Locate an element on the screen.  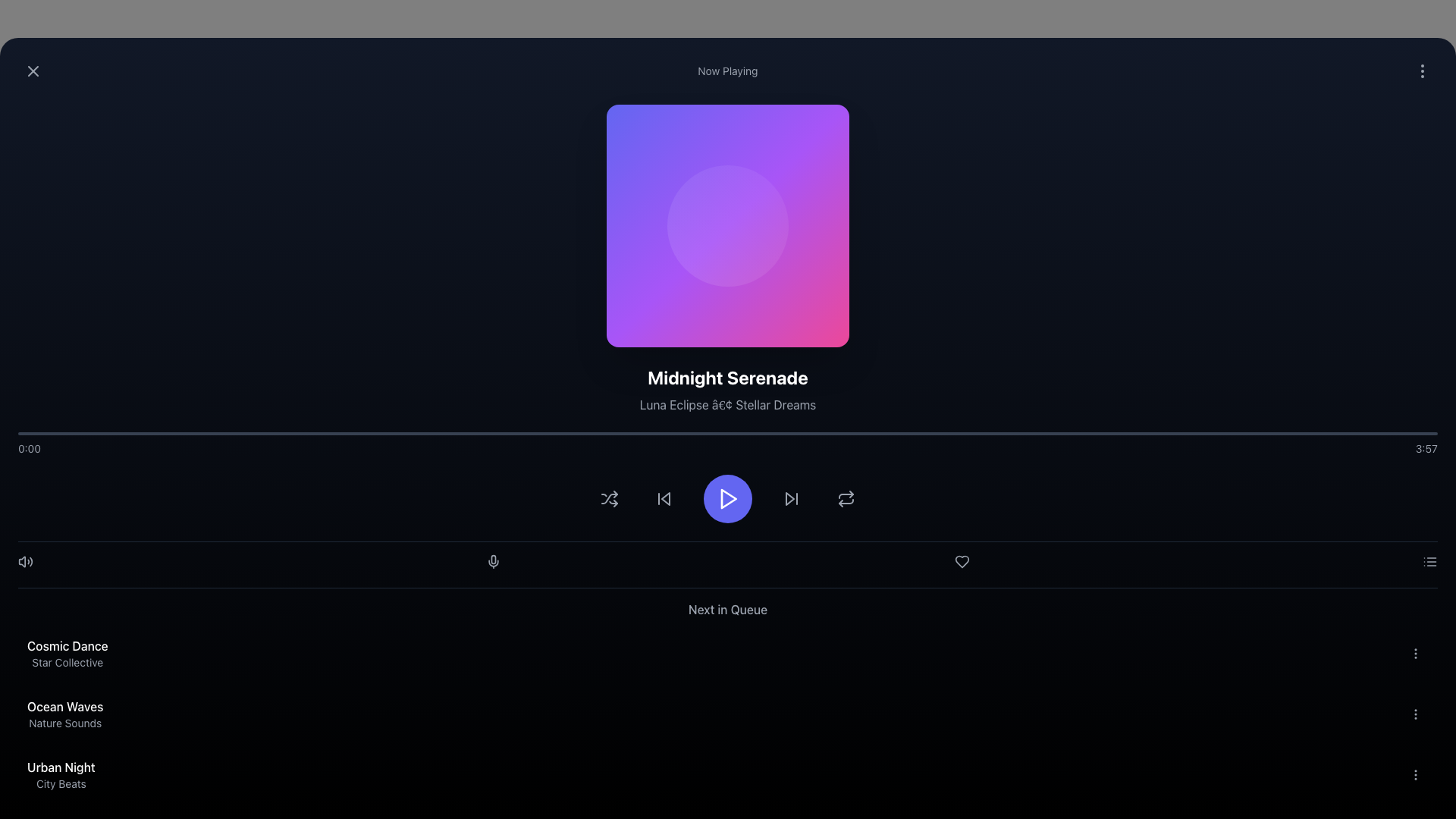
the close button located at the top-left corner of the interface to observe the hover effect is located at coordinates (33, 71).